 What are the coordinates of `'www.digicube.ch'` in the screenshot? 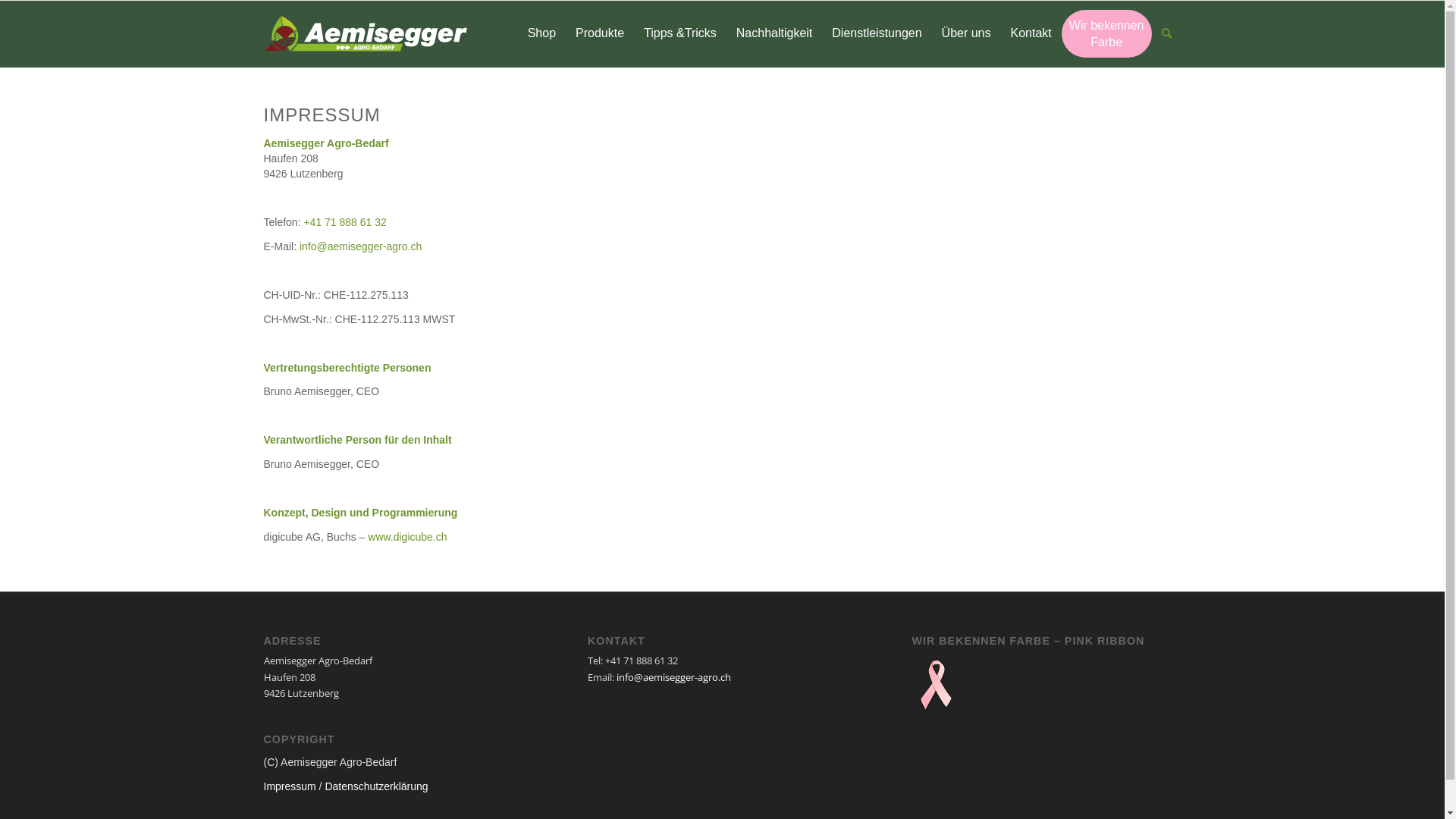 It's located at (407, 536).